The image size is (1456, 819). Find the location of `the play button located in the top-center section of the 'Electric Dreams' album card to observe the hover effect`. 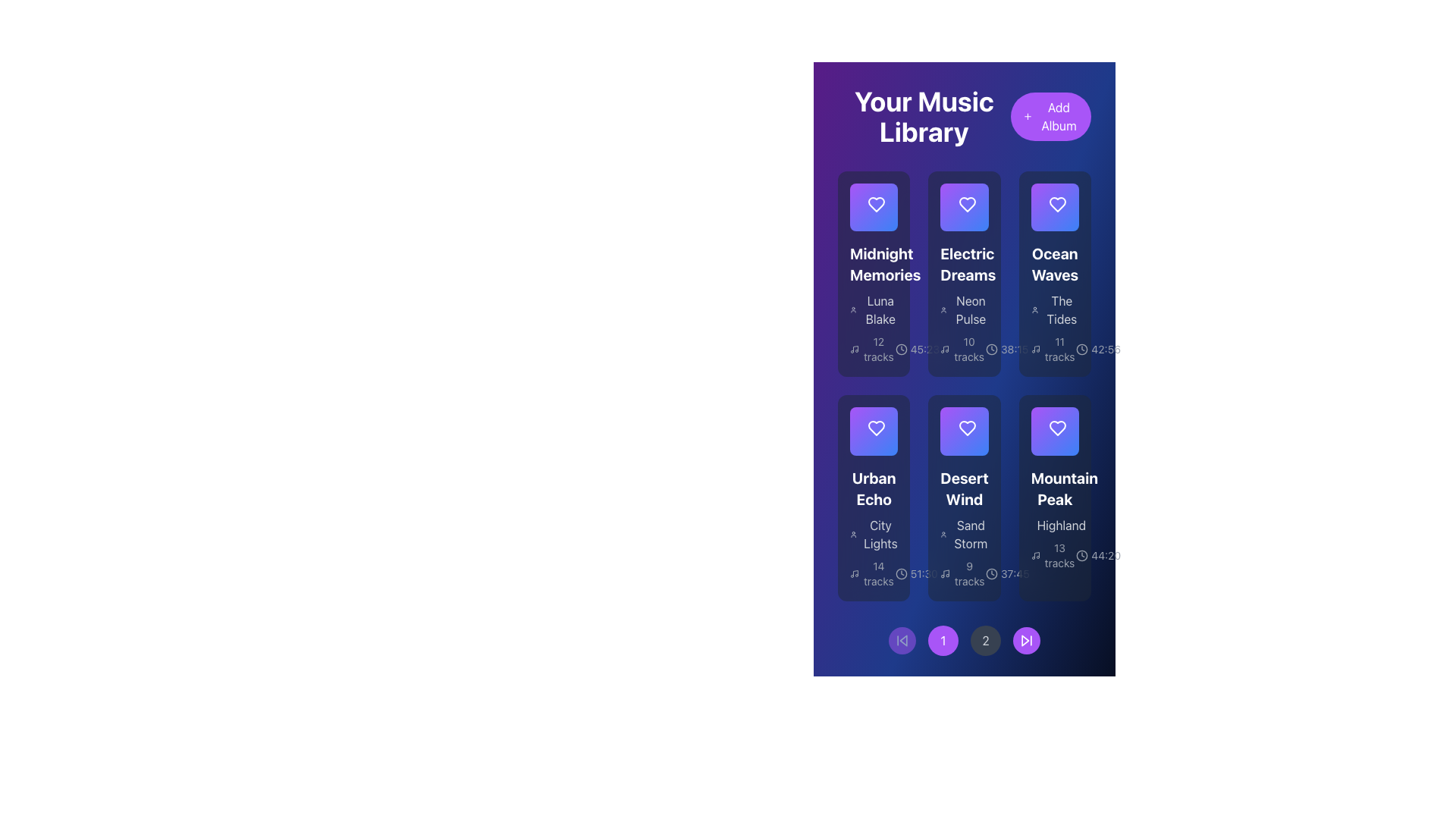

the play button located in the top-center section of the 'Electric Dreams' album card to observe the hover effect is located at coordinates (964, 207).